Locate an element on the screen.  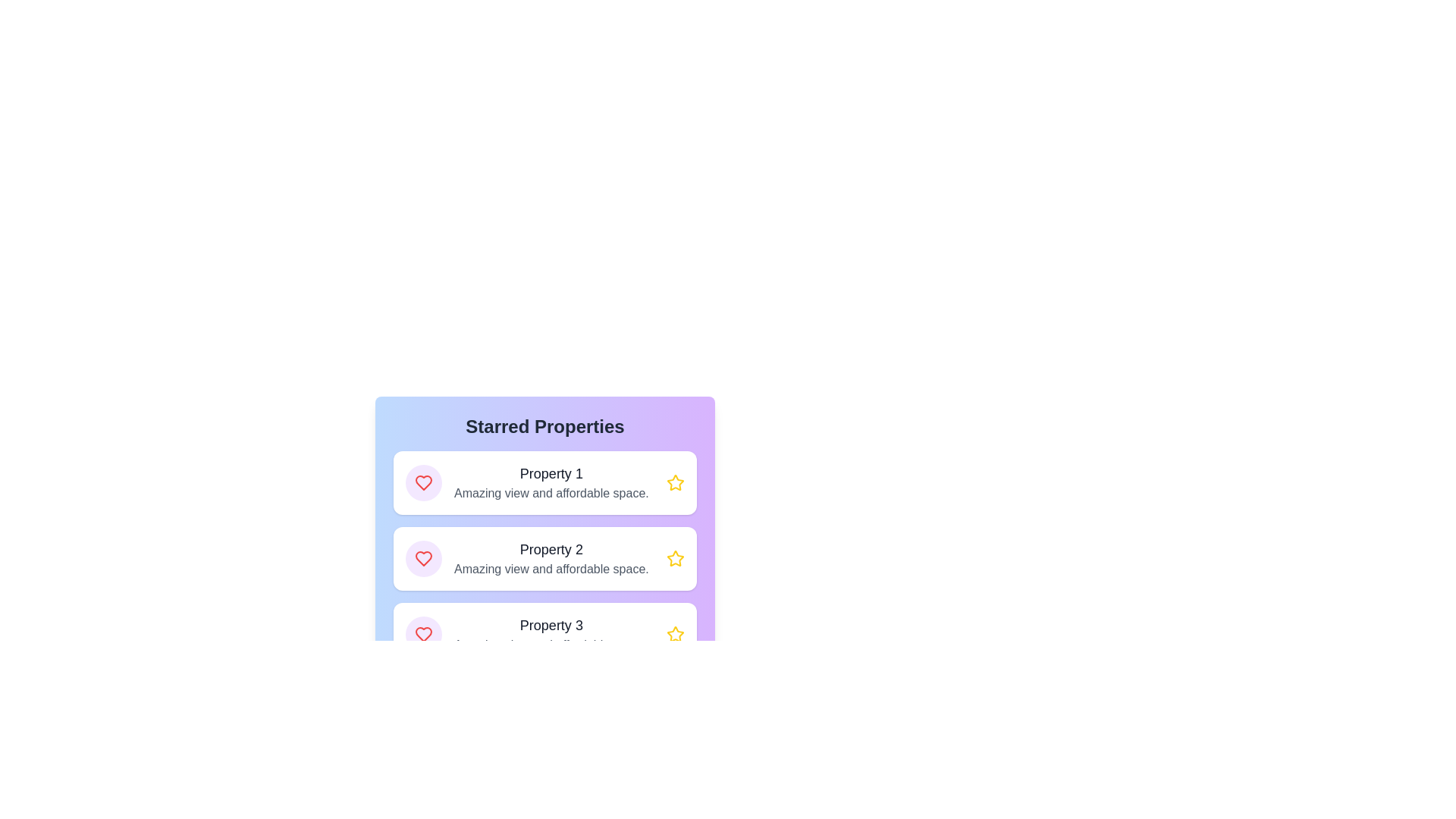
the star icon button located at the right end of the third list item labeled 'Property 3' under 'Starred Properties' is located at coordinates (675, 634).